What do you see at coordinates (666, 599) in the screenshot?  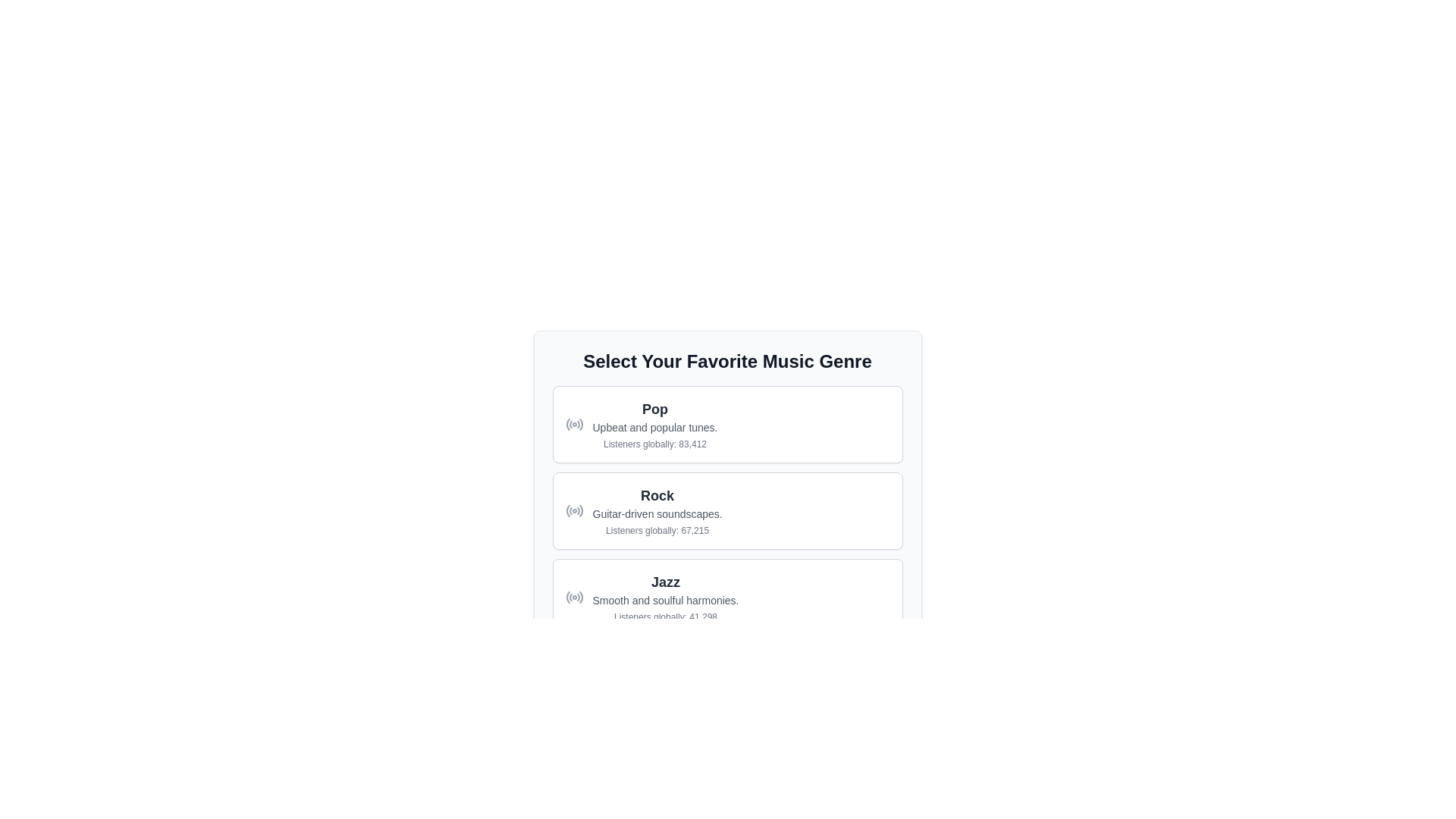 I see `the text label 'Smooth and soulful harmonies.' located under the title 'Jazz' in the music genre selection interface` at bounding box center [666, 599].